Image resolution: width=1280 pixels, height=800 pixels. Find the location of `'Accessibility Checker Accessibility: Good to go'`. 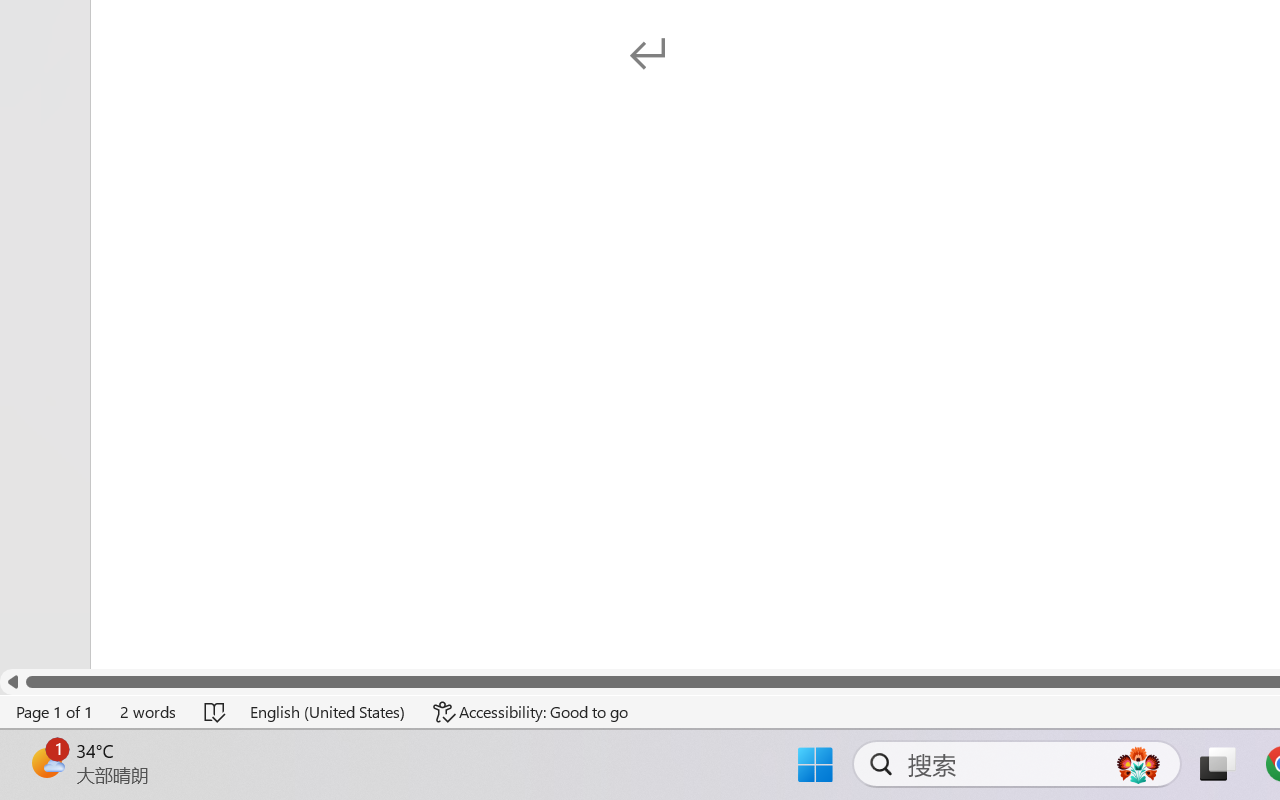

'Accessibility Checker Accessibility: Good to go' is located at coordinates (531, 711).